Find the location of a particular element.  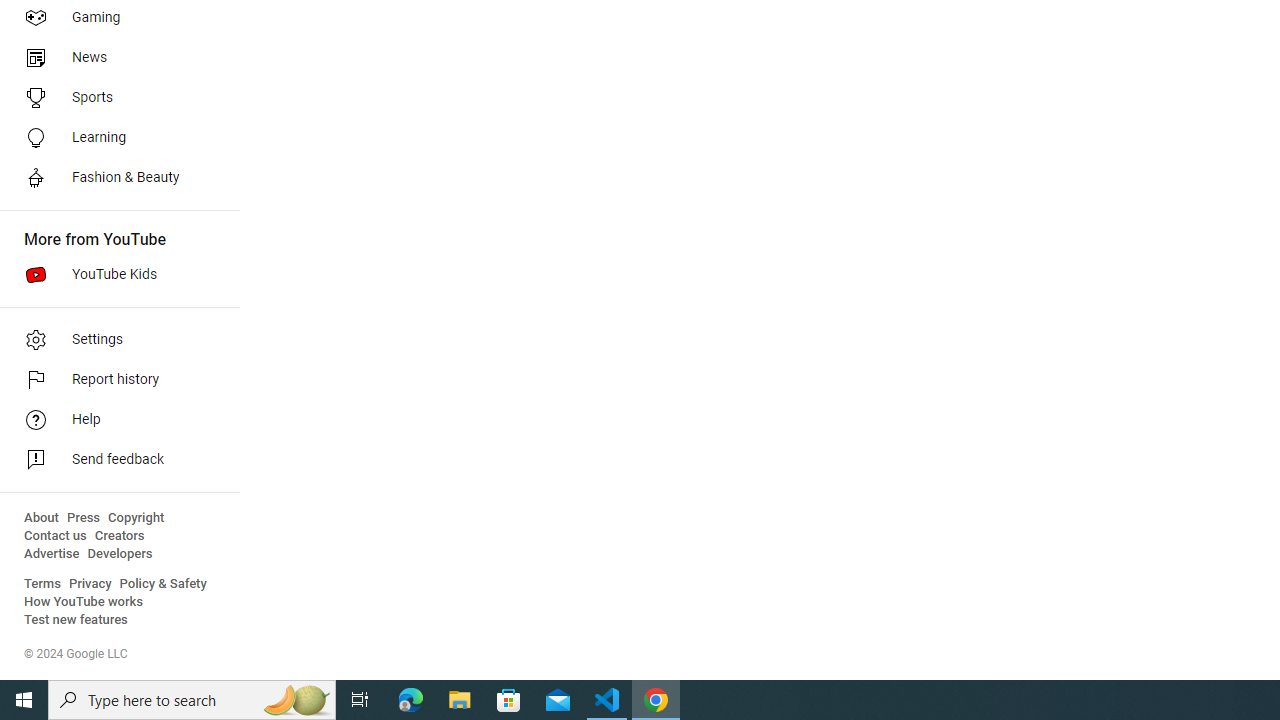

'Help' is located at coordinates (112, 419).